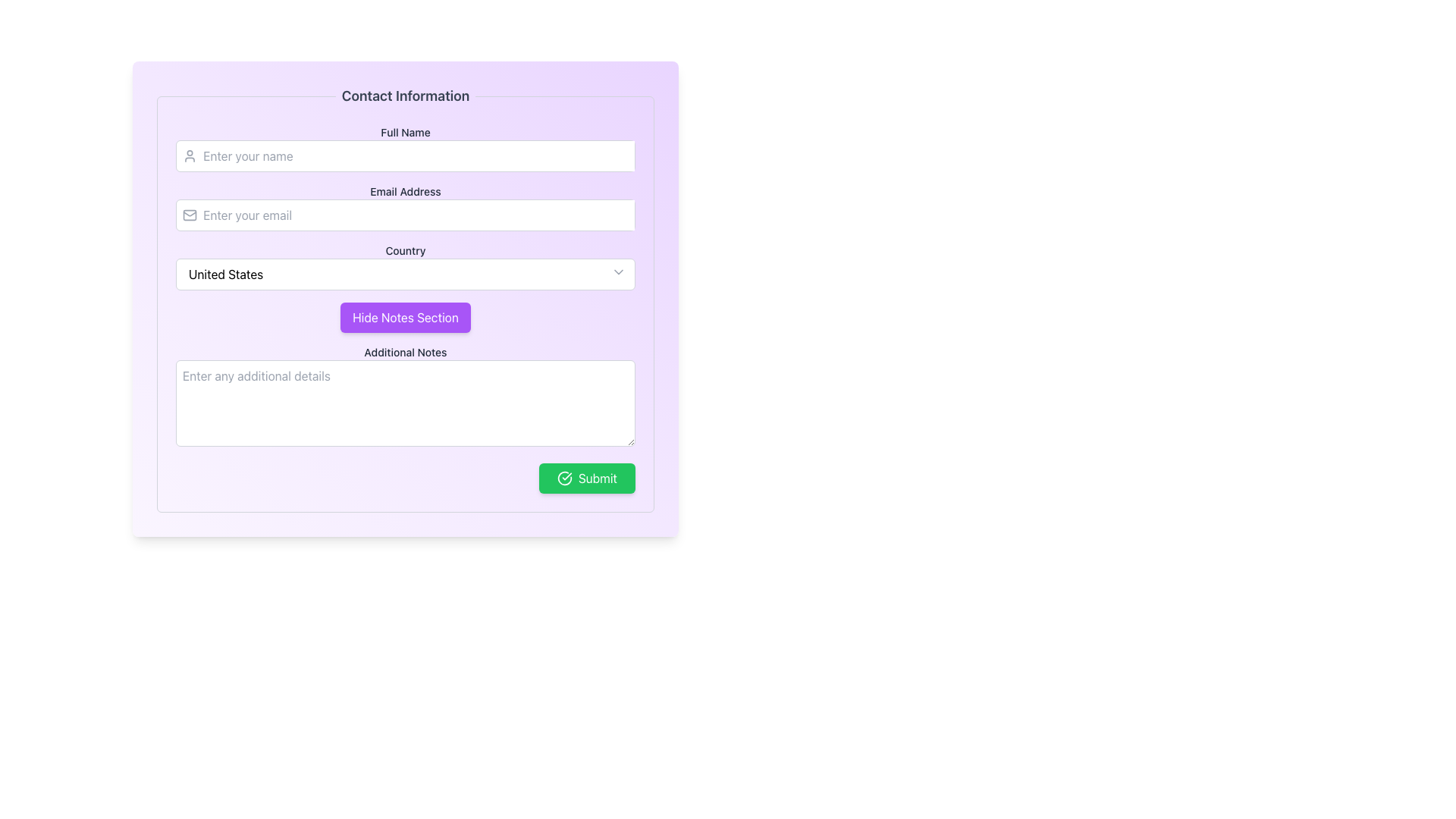 This screenshot has height=819, width=1456. What do you see at coordinates (405, 191) in the screenshot?
I see `the 'Email Address' text label` at bounding box center [405, 191].